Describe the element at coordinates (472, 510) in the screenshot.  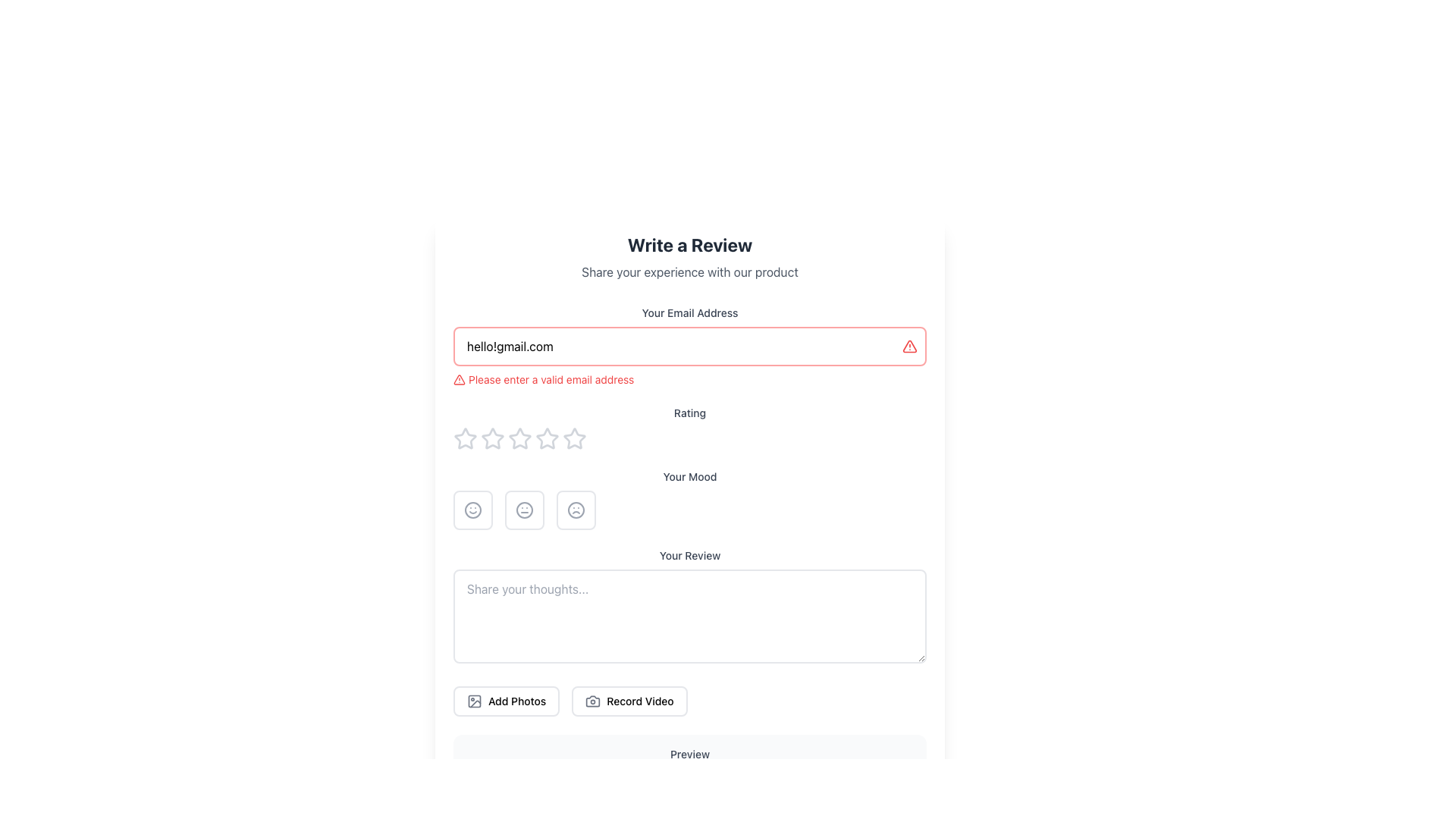
I see `the mood icon component within the SVG that allows the user to select an emotional state for feedback` at that location.